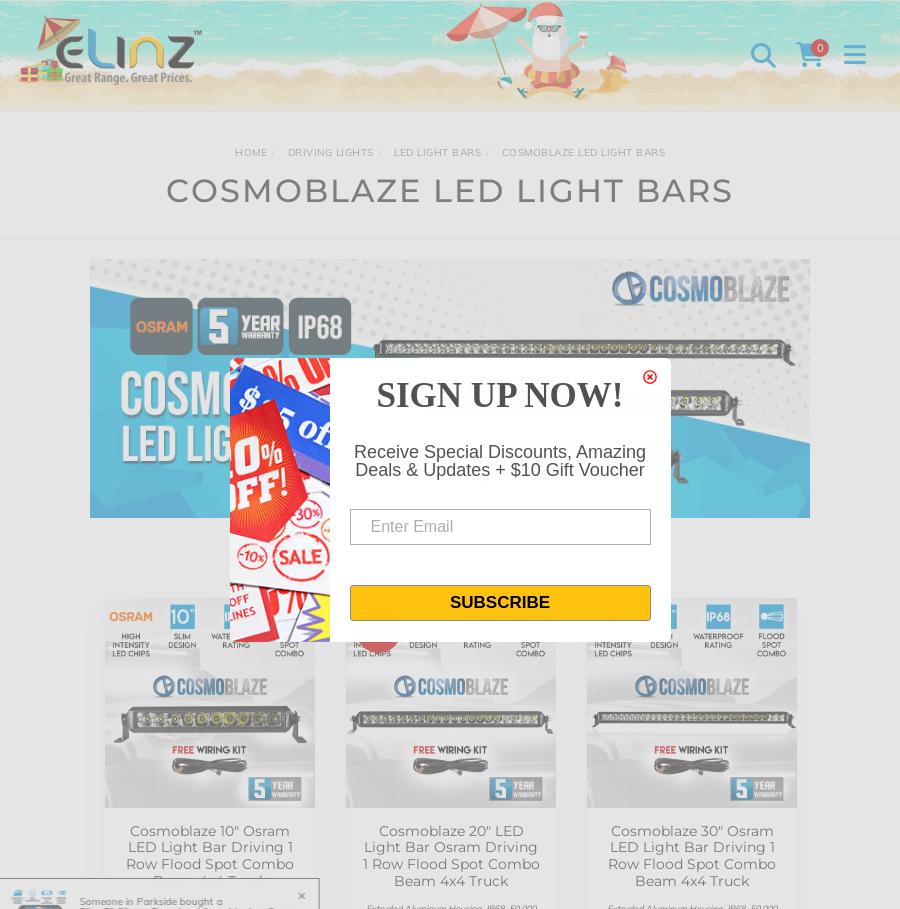 This screenshot has width=900, height=909. I want to click on 'Someone in', so click(89, 900).